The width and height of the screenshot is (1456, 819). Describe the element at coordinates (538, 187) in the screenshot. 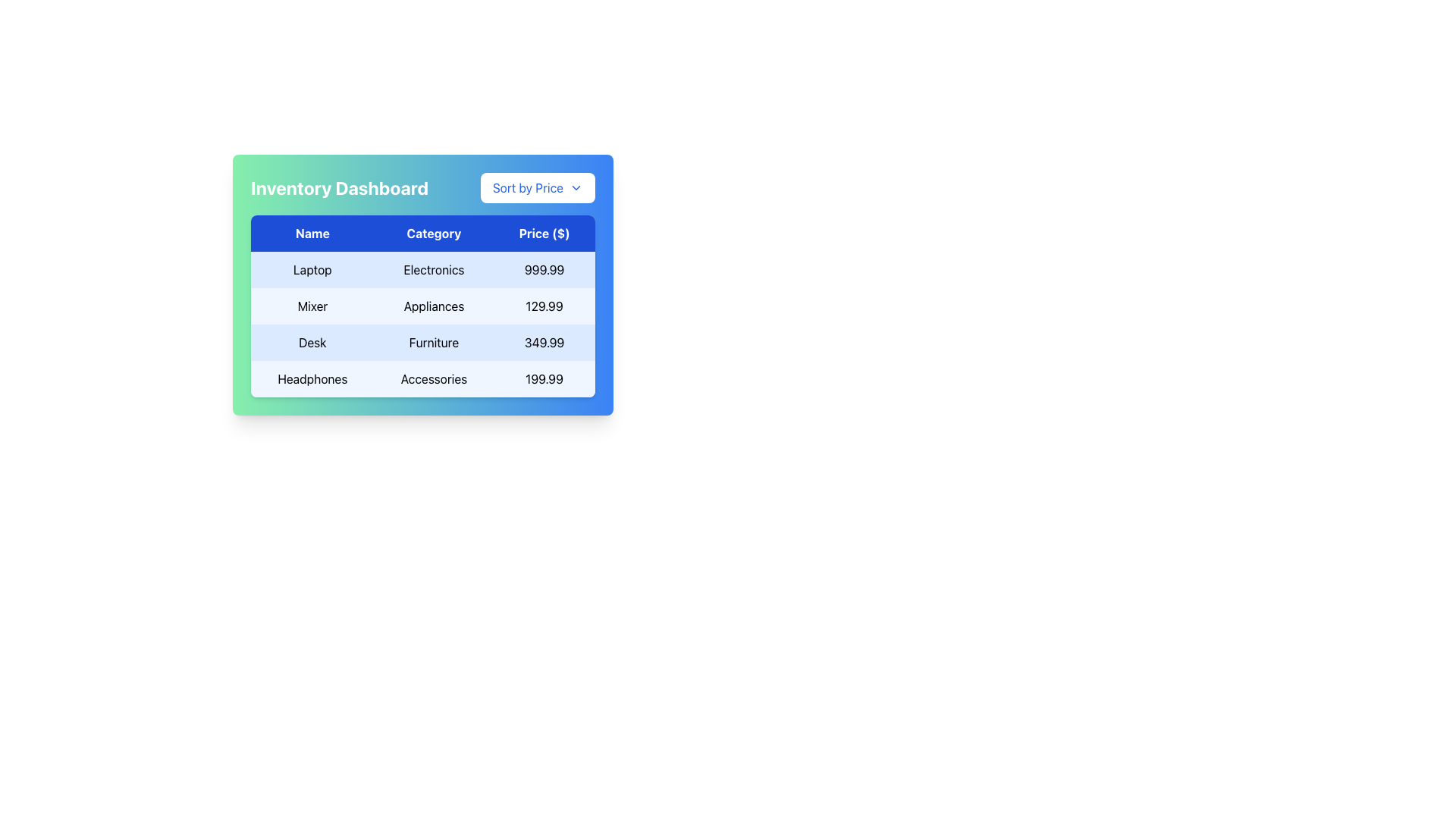

I see `the 'Sort by Price' dropdown button, which is styled with rounded corners and includes a downward arrow icon` at that location.